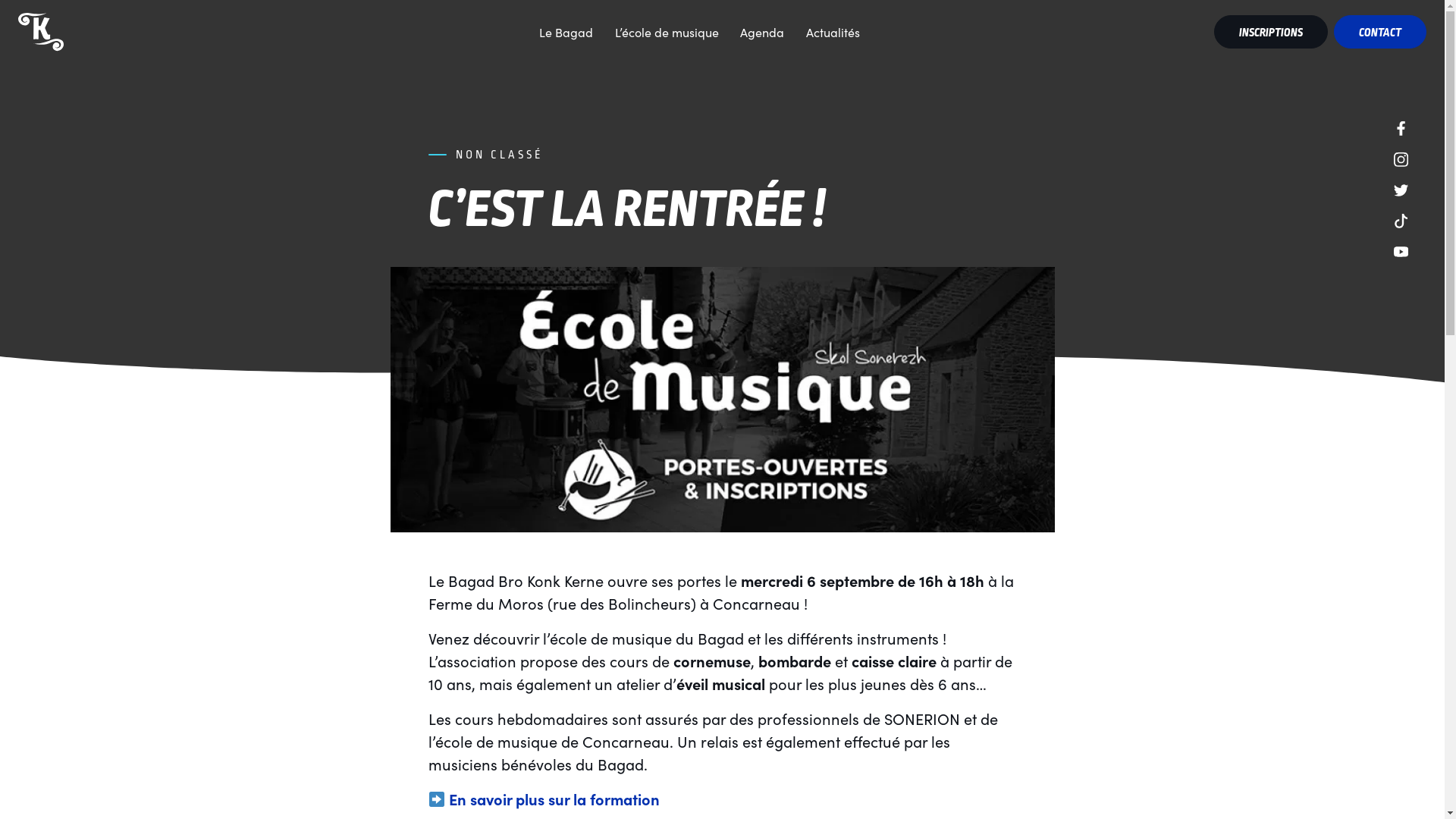 Image resolution: width=1456 pixels, height=819 pixels. Describe the element at coordinates (1332, 32) in the screenshot. I see `'CONTACT'` at that location.